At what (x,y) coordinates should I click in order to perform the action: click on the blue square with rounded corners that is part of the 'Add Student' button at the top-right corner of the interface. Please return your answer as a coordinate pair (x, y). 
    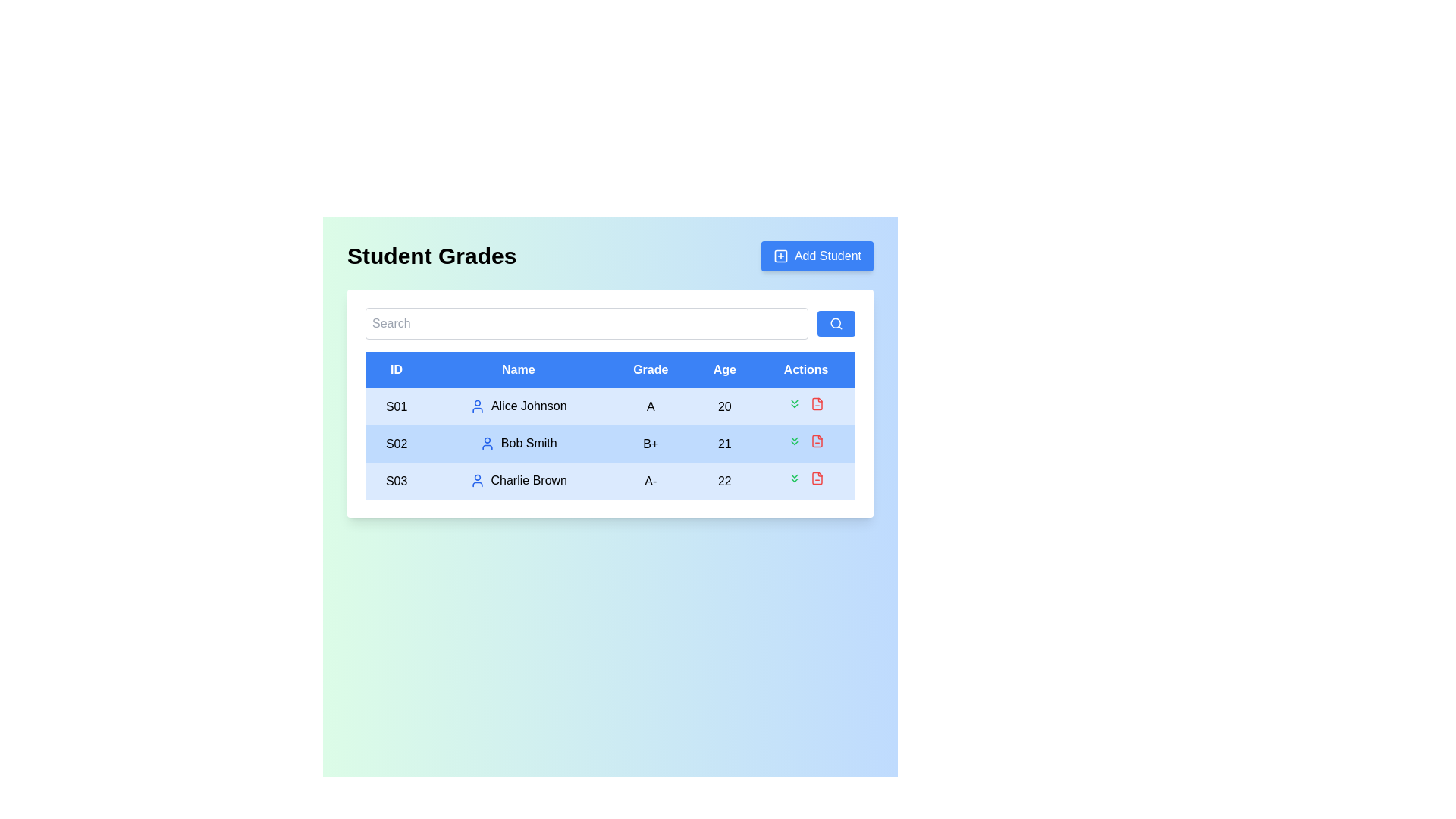
    Looking at the image, I should click on (780, 256).